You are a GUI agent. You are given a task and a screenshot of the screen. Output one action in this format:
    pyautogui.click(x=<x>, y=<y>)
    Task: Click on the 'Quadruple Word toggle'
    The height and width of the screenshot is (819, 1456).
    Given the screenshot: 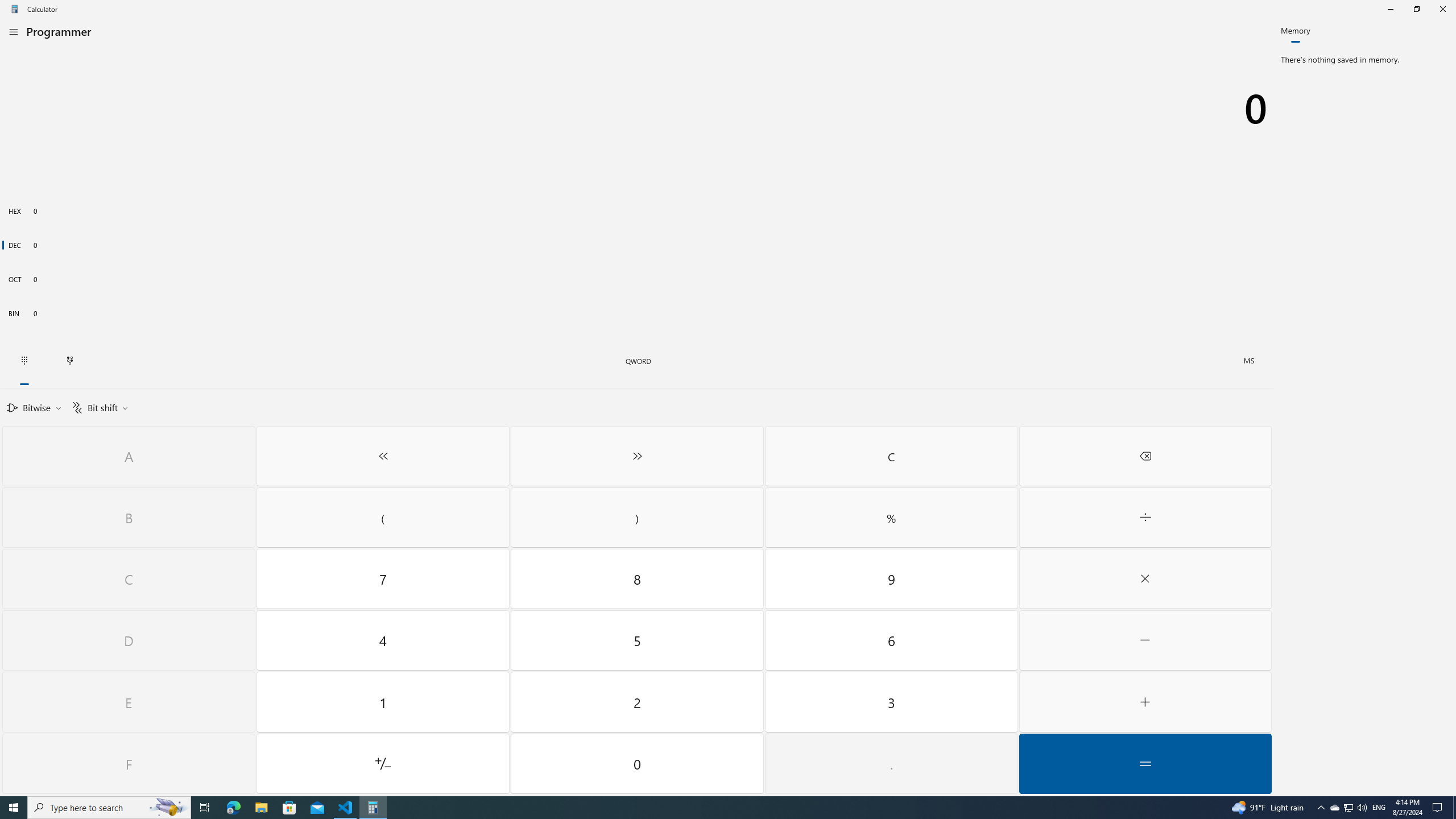 What is the action you would take?
    pyautogui.click(x=638, y=361)
    